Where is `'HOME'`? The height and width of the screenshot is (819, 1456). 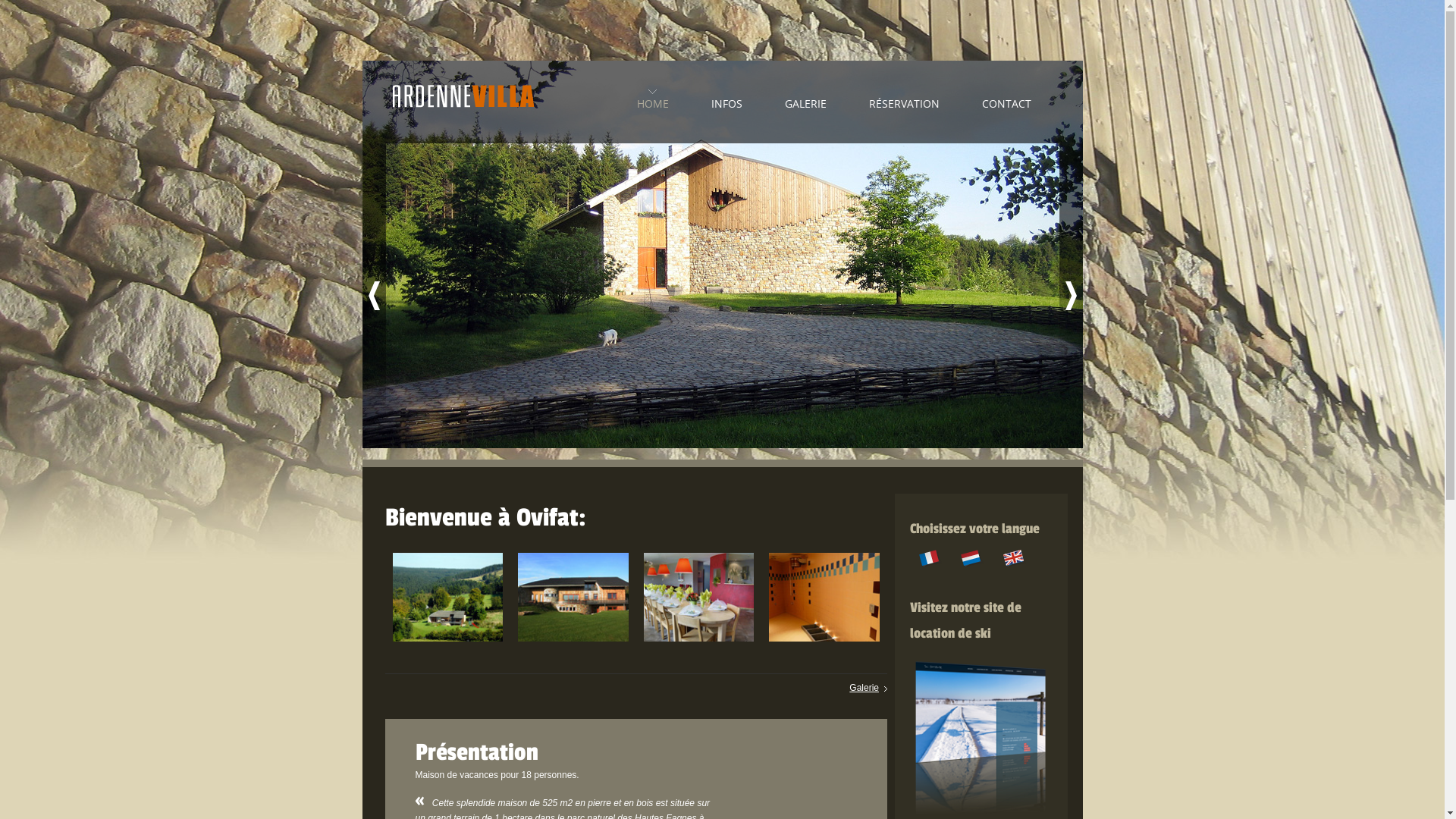
'HOME' is located at coordinates (652, 99).